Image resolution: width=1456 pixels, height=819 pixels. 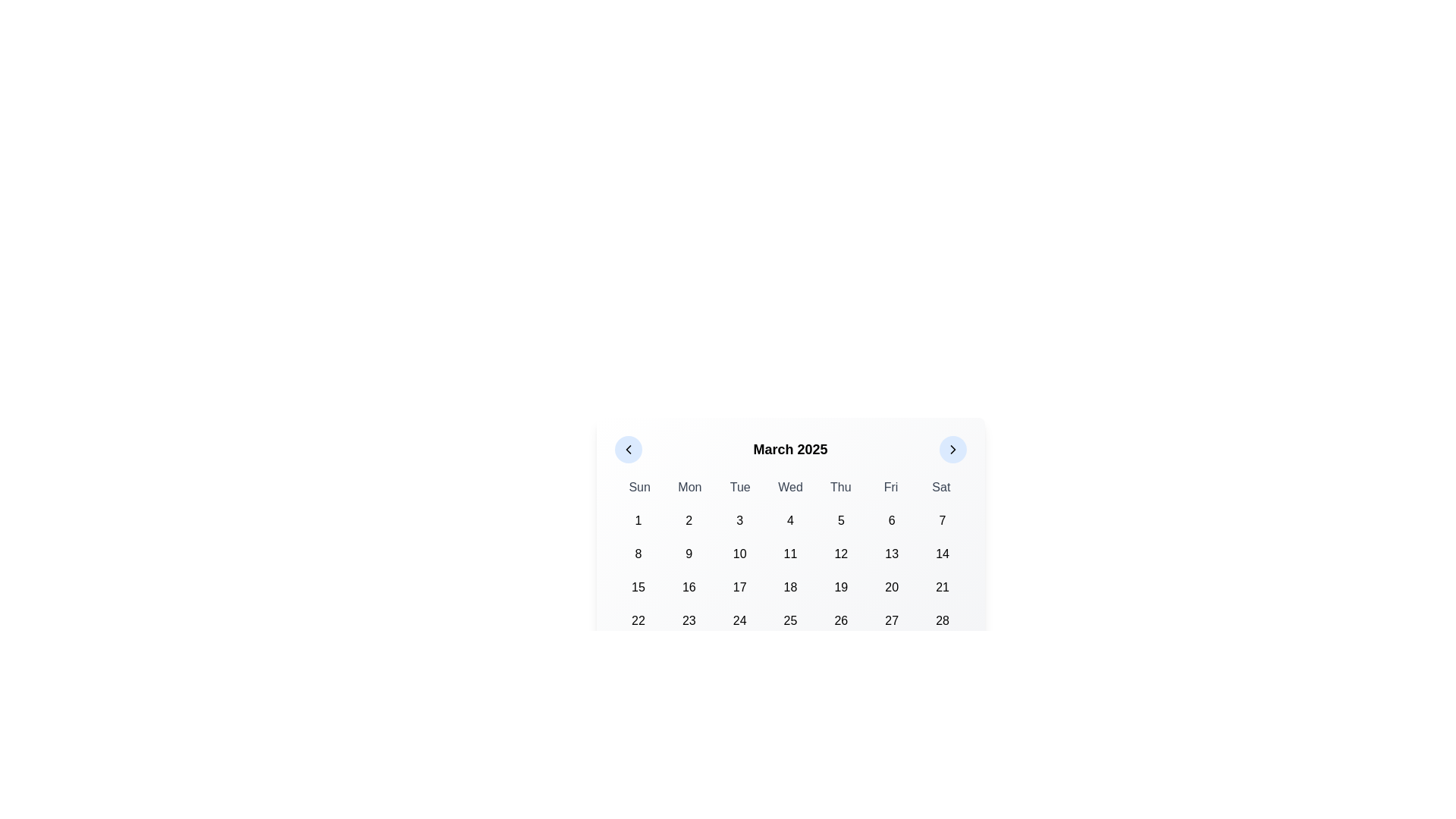 What do you see at coordinates (789, 554) in the screenshot?
I see `the button labeled '11' in the calendar grid, which is the eleventh button in the layout` at bounding box center [789, 554].